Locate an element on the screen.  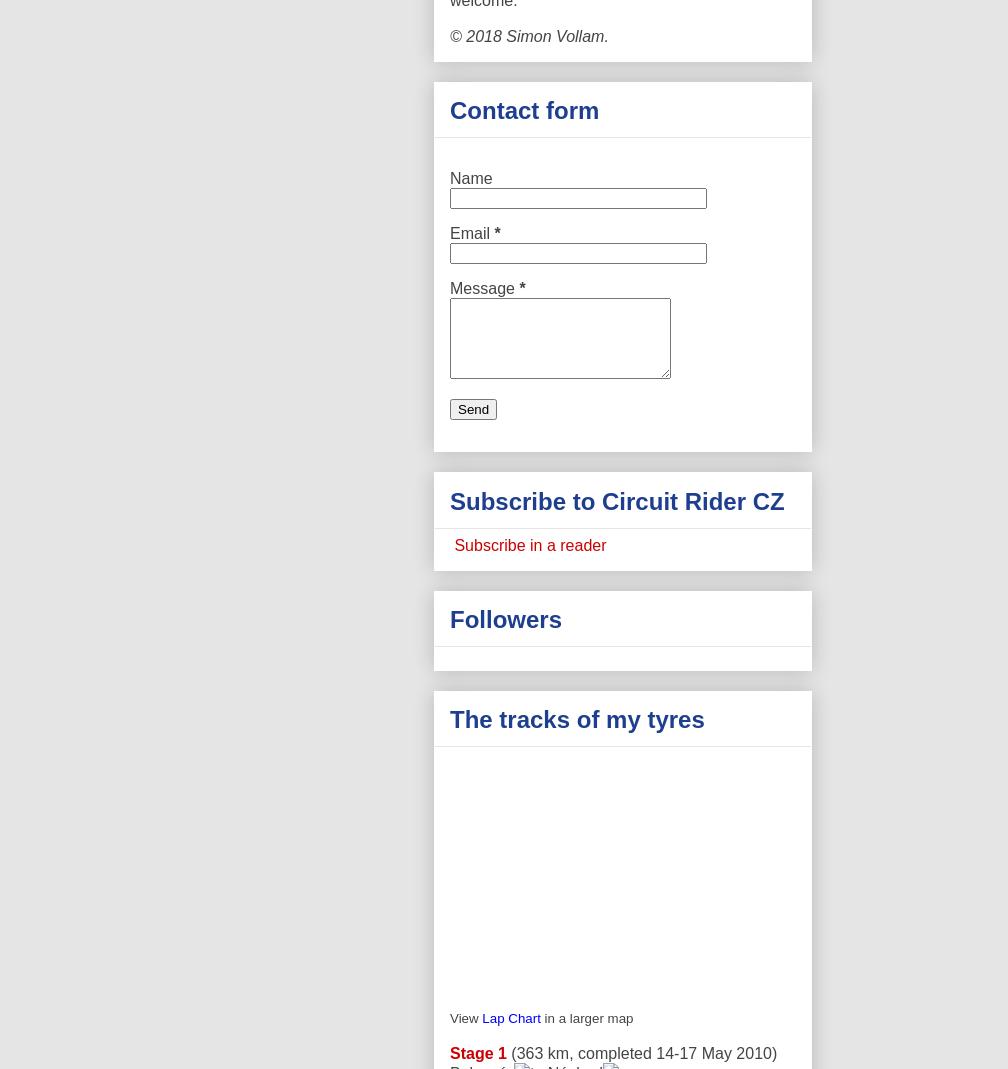
'Subscribe to Circuit Rider CZ' is located at coordinates (616, 499).